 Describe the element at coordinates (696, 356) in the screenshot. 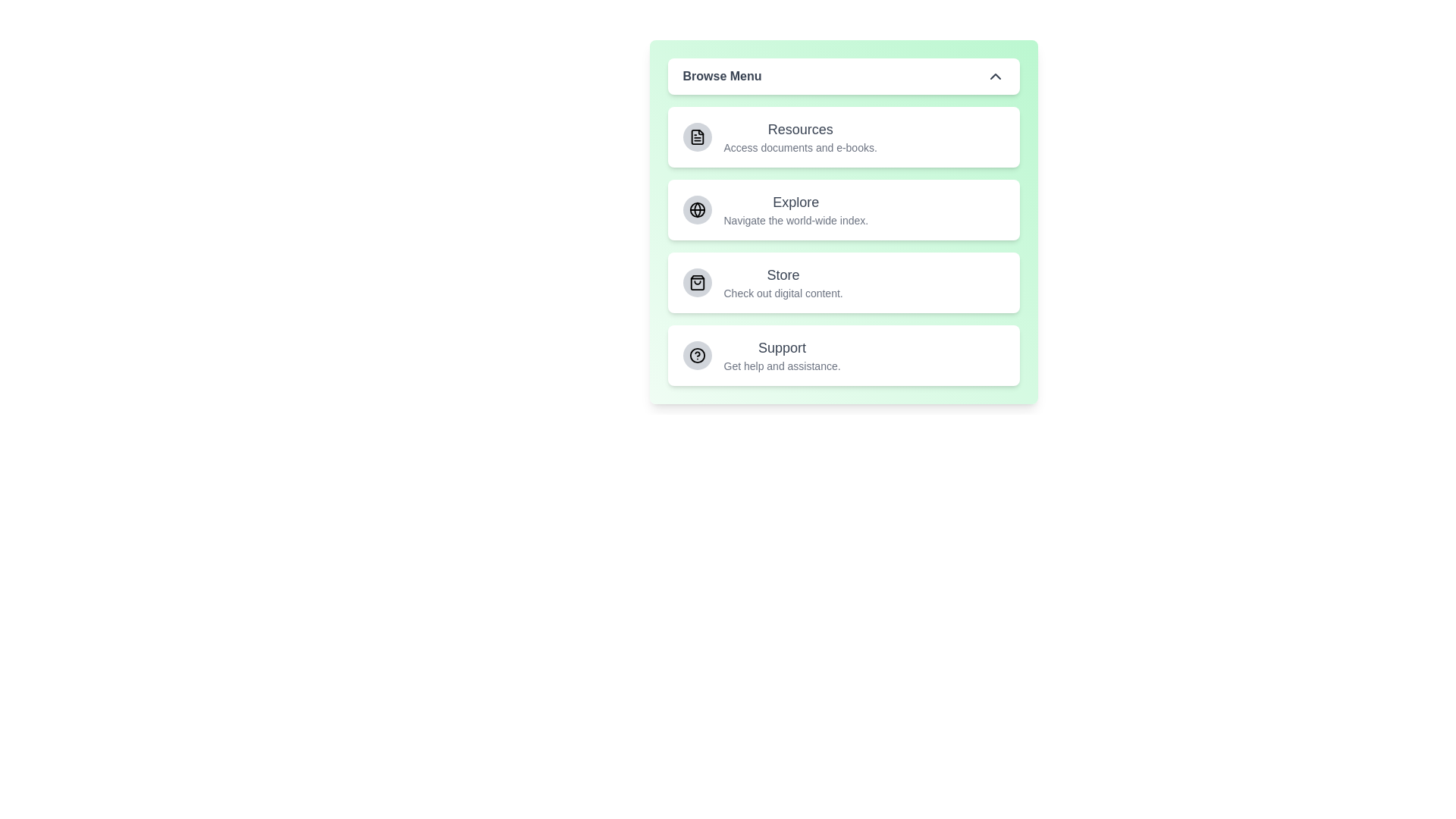

I see `the icon of the menu item Support to analyze it` at that location.